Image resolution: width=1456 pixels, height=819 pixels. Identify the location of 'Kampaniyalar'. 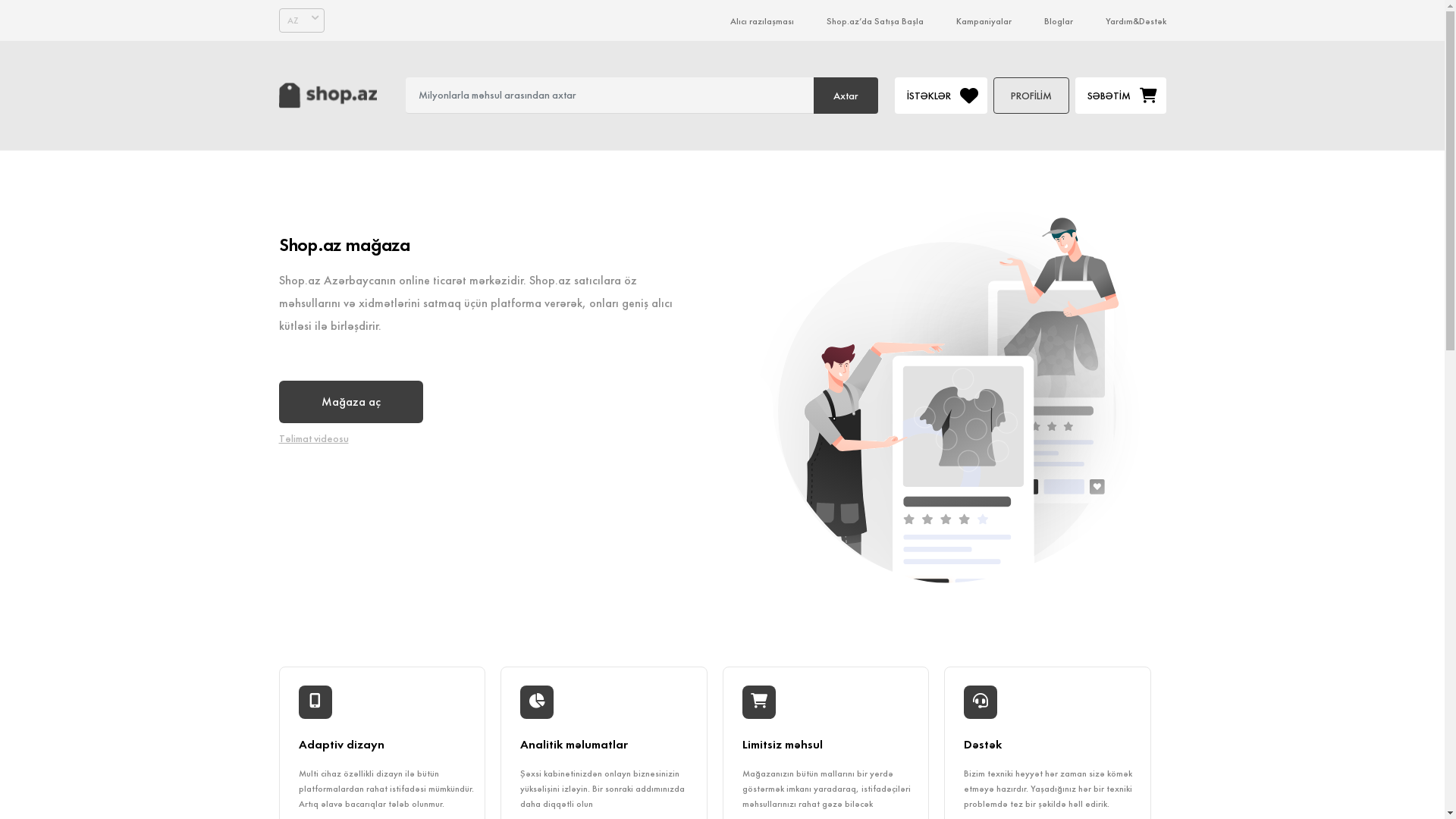
(983, 20).